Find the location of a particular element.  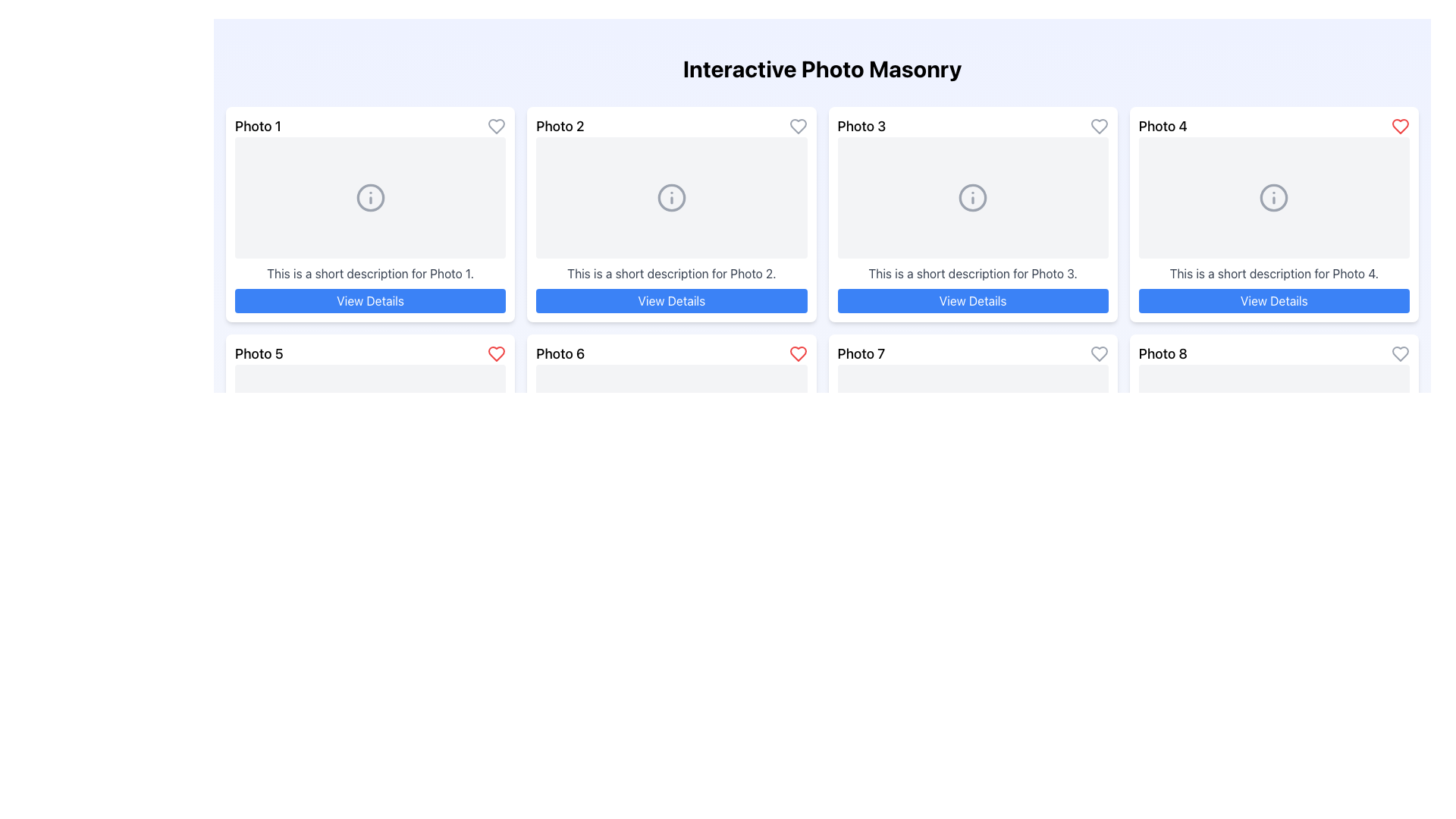

the heart-shaped icon in the top-right corner of the 'Photo 1' card is located at coordinates (497, 125).